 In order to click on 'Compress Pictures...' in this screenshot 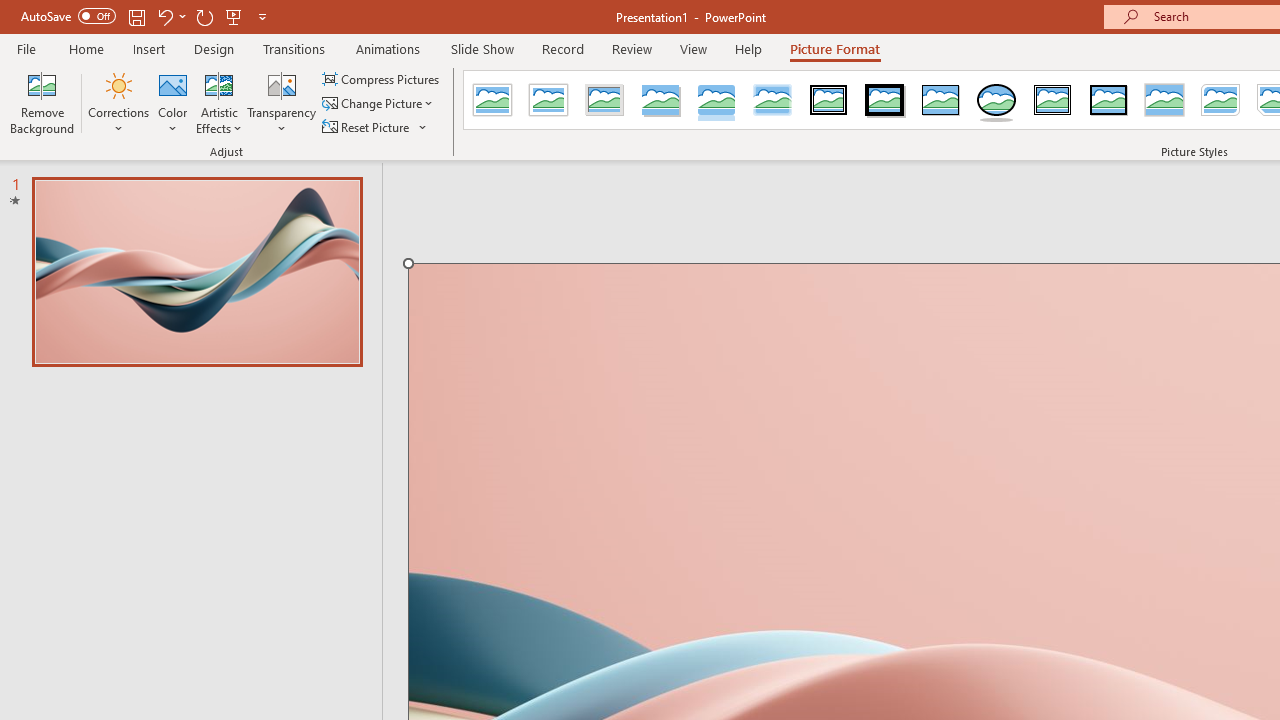, I will do `click(382, 78)`.